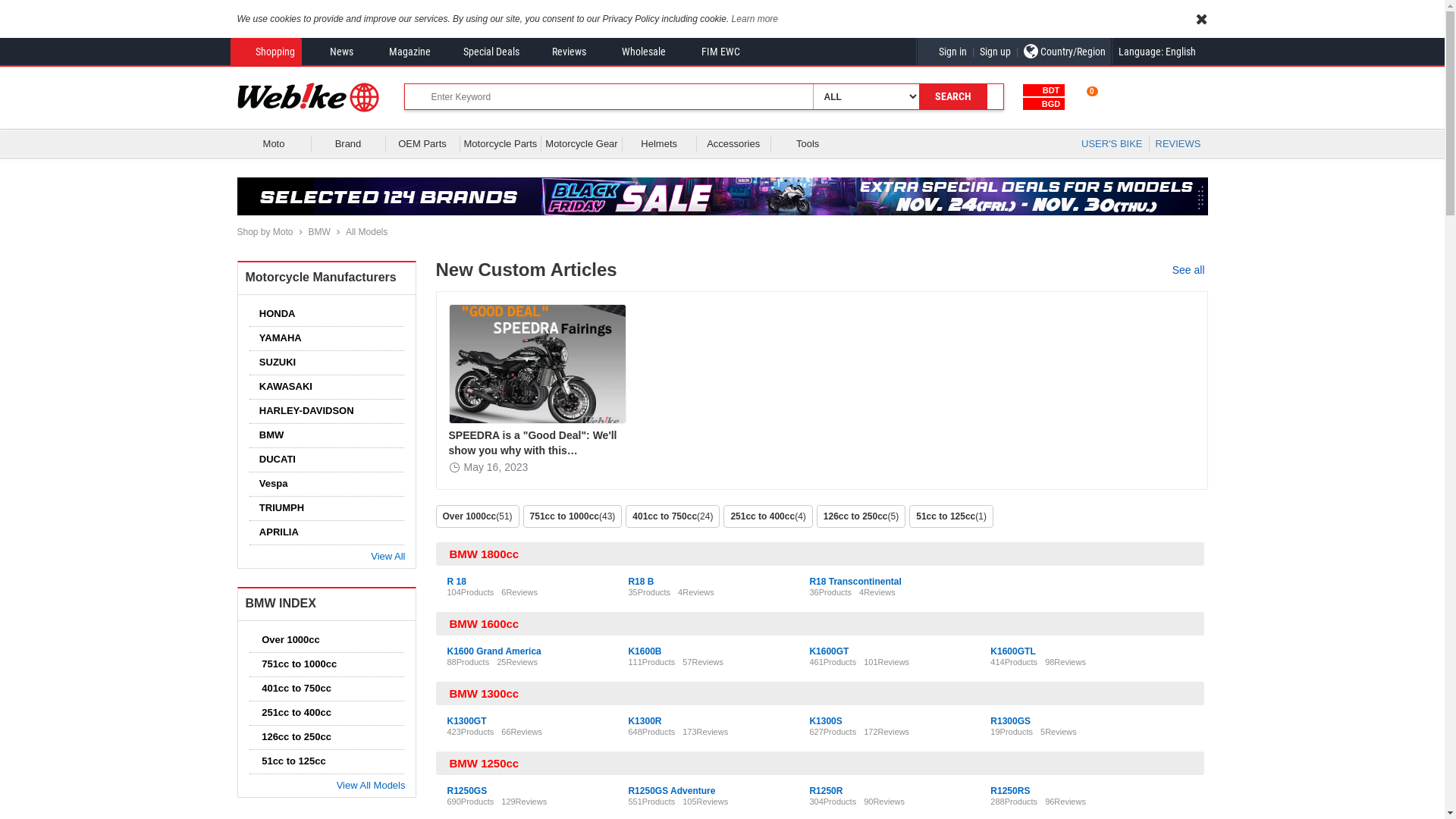 The height and width of the screenshot is (819, 1456). Describe the element at coordinates (1189, 268) in the screenshot. I see `'See all'` at that location.